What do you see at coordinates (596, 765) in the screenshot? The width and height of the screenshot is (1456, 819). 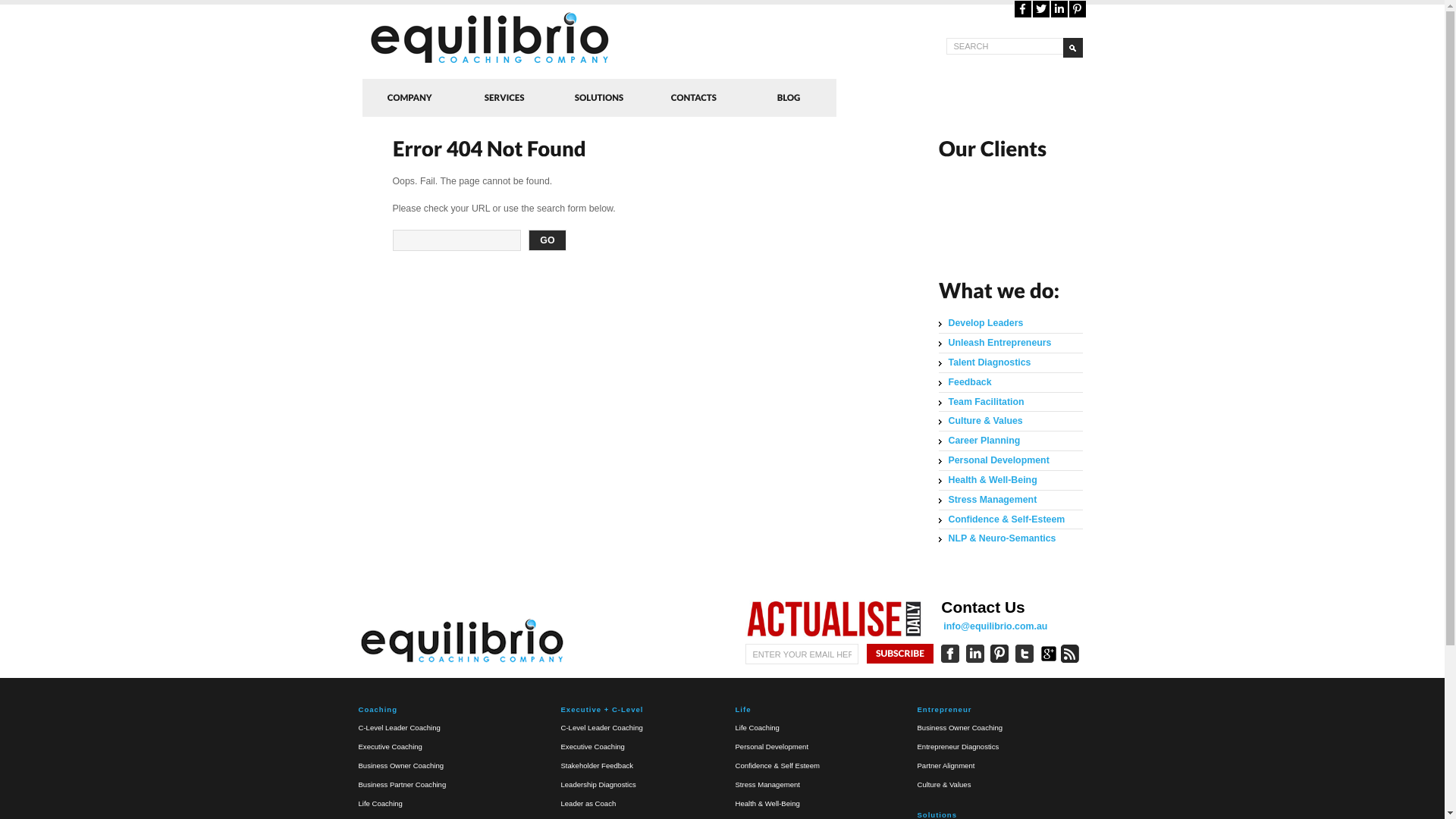 I see `'Stakeholder Feedback'` at bounding box center [596, 765].